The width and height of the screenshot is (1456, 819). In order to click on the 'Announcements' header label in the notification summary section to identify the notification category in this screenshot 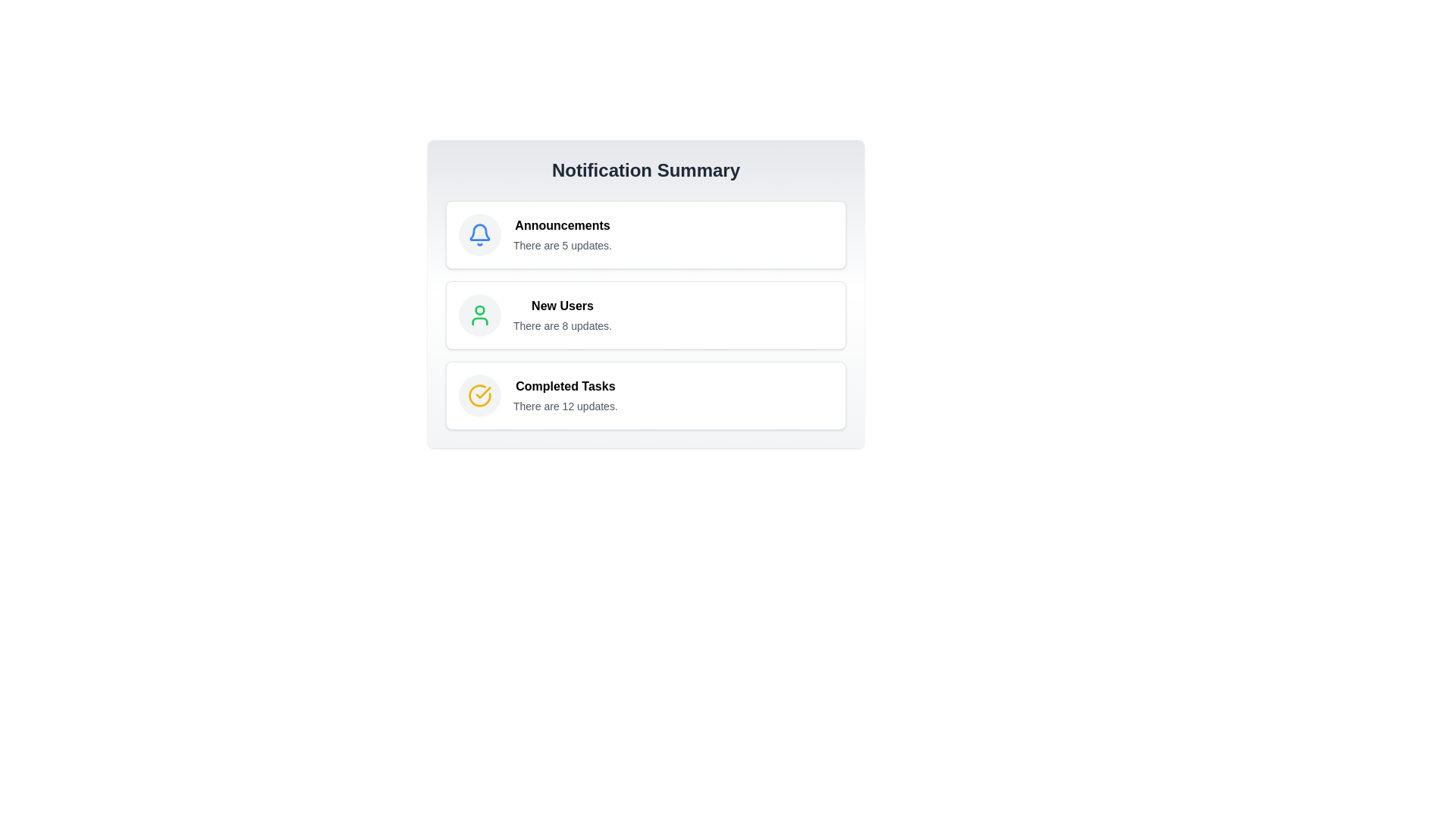, I will do `click(562, 225)`.